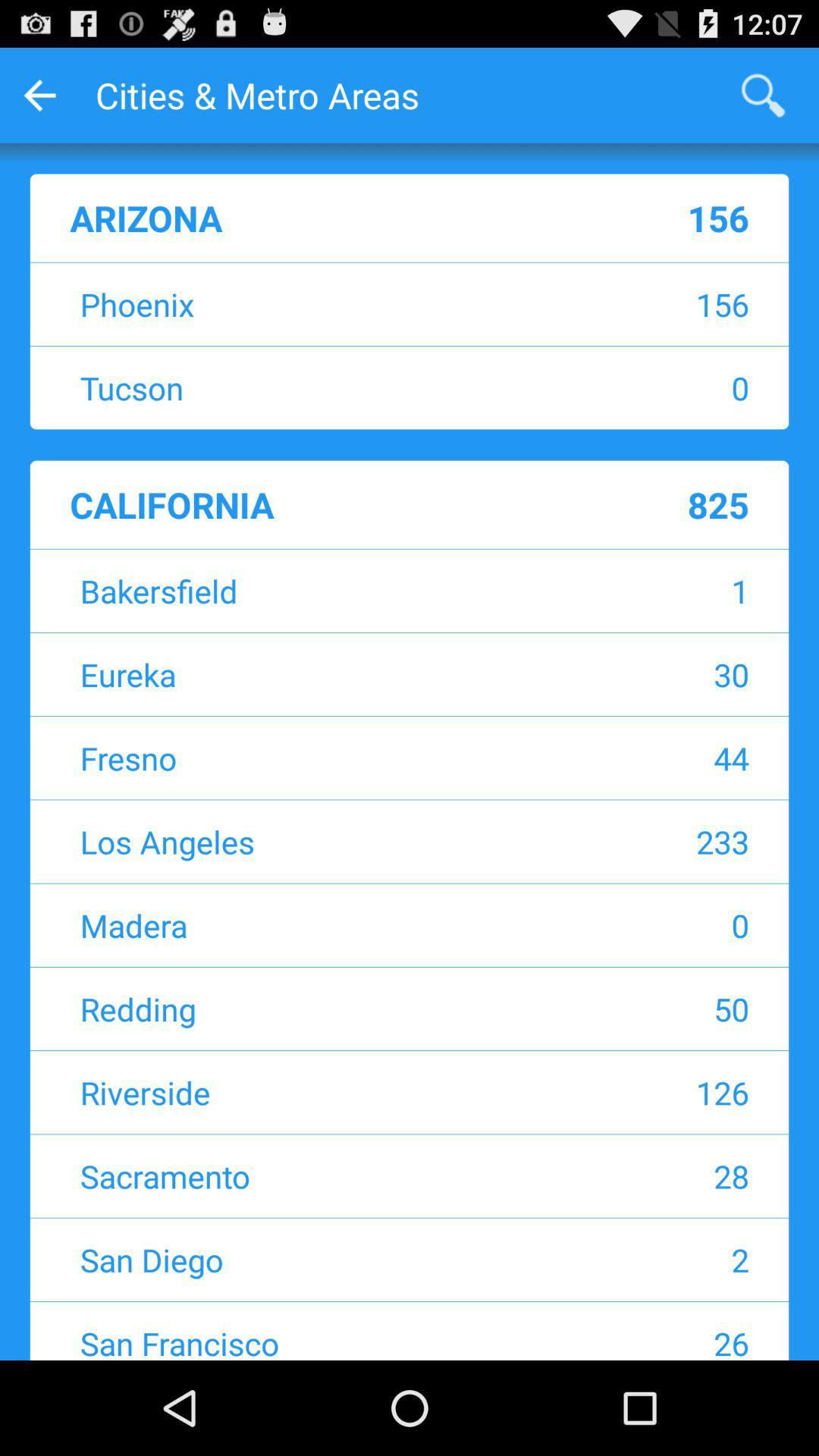 The height and width of the screenshot is (1456, 819). I want to click on redding item, so click(314, 1009).